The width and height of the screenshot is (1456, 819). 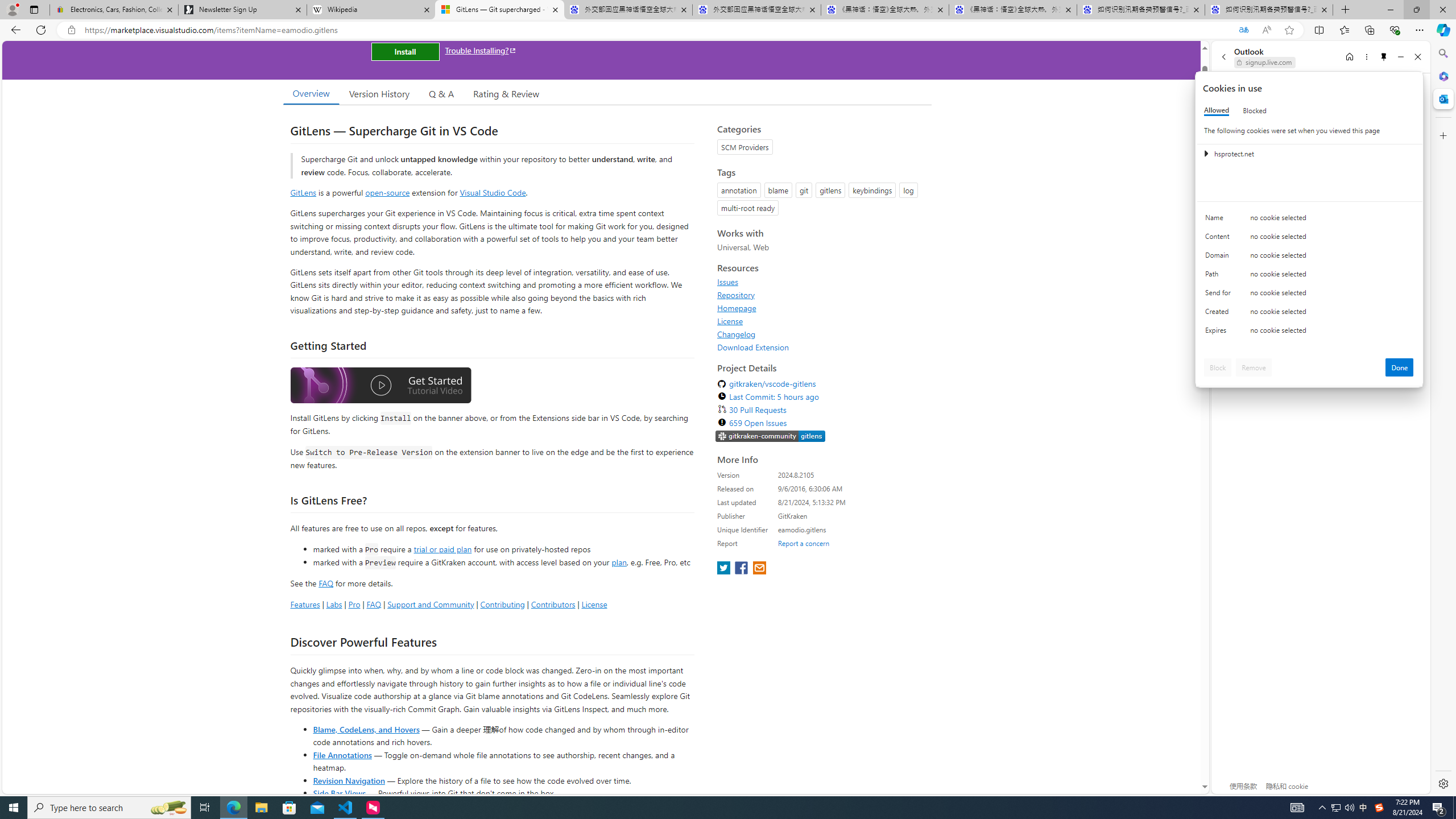 What do you see at coordinates (1219, 313) in the screenshot?
I see `'Created'` at bounding box center [1219, 313].